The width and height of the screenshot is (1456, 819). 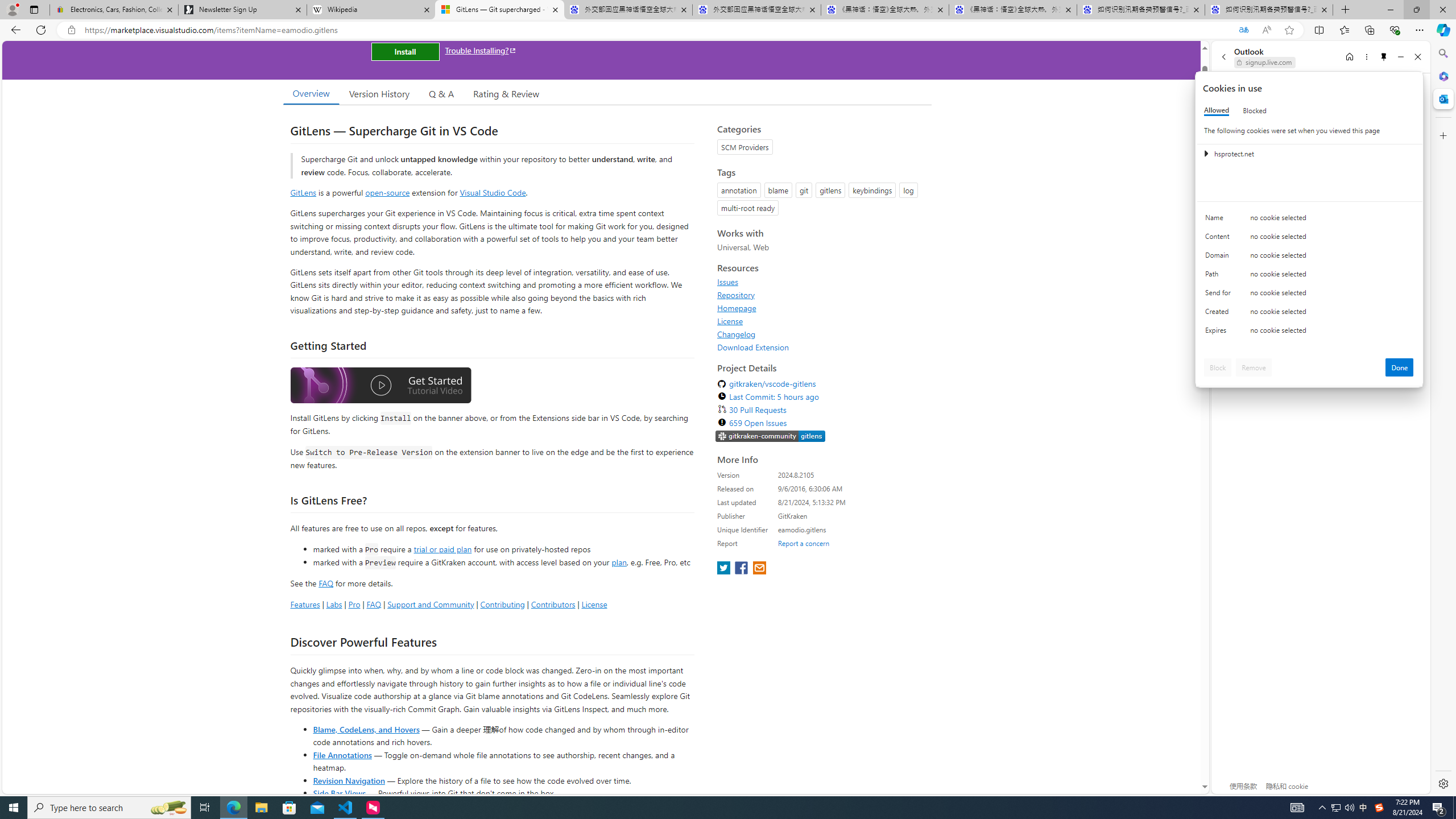 What do you see at coordinates (1219, 313) in the screenshot?
I see `'Created'` at bounding box center [1219, 313].